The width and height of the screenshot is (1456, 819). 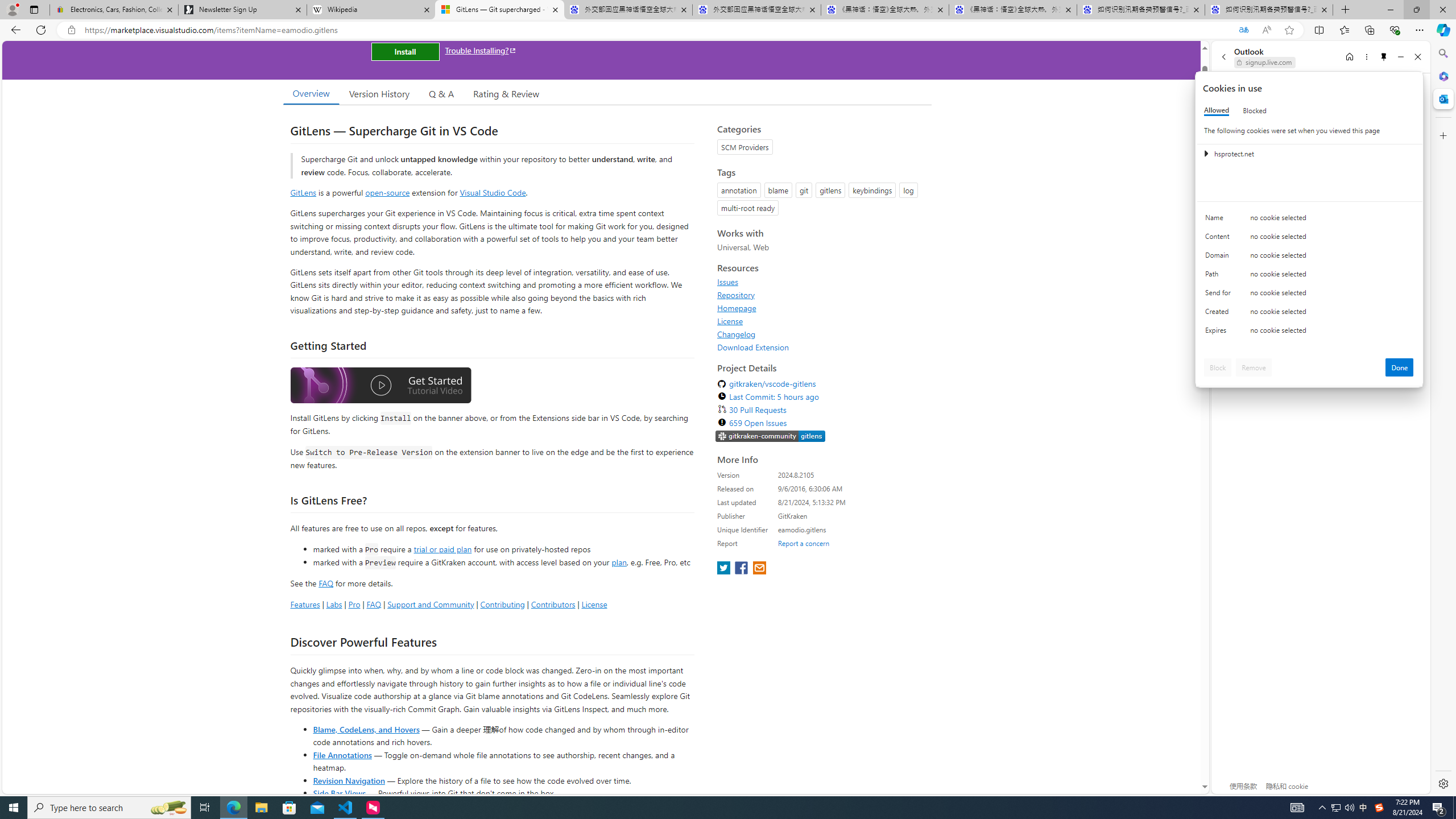 What do you see at coordinates (1219, 313) in the screenshot?
I see `'Created'` at bounding box center [1219, 313].